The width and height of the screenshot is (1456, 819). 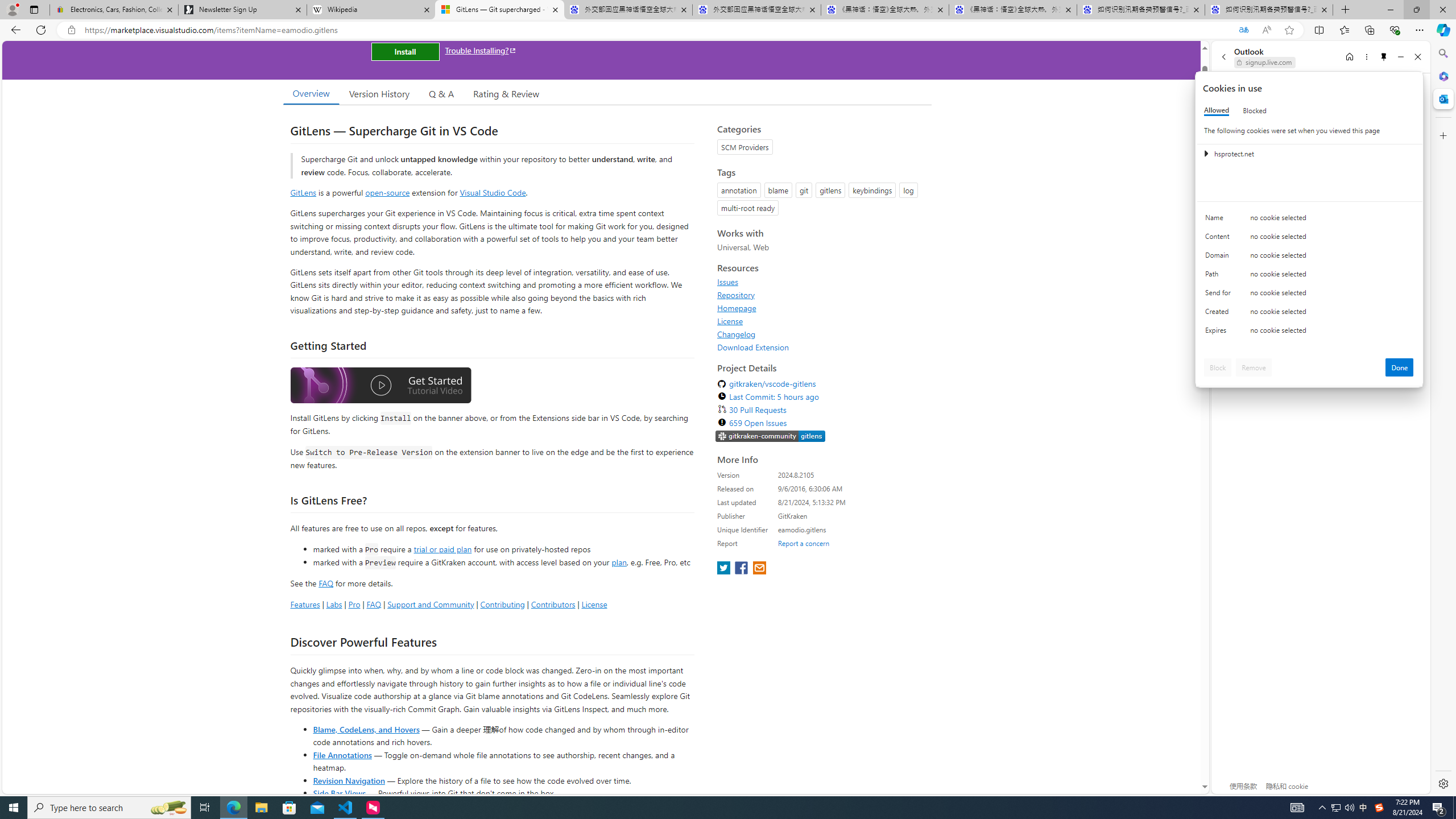 What do you see at coordinates (1219, 313) in the screenshot?
I see `'Created'` at bounding box center [1219, 313].